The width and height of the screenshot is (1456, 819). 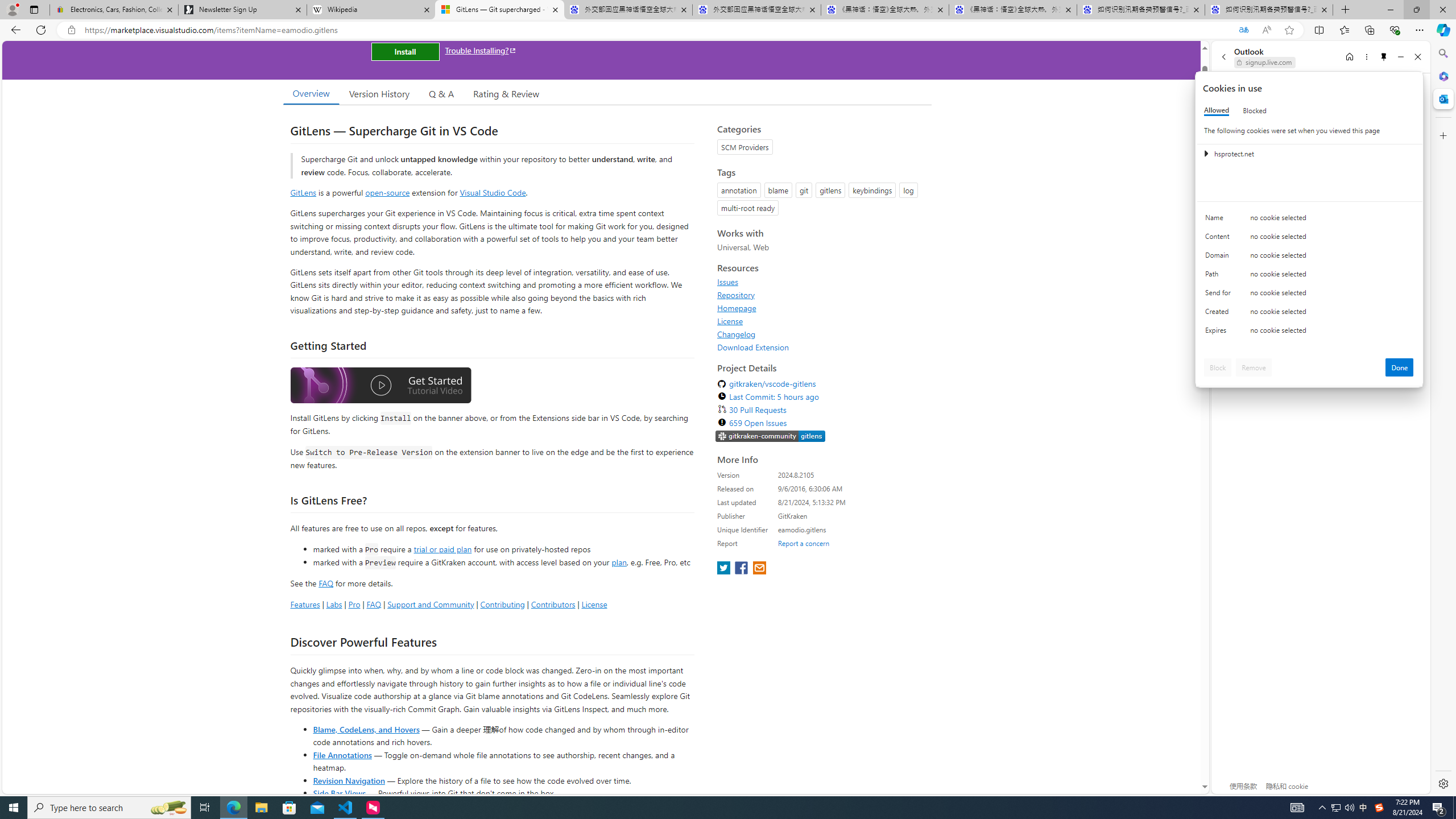 What do you see at coordinates (1219, 313) in the screenshot?
I see `'Created'` at bounding box center [1219, 313].